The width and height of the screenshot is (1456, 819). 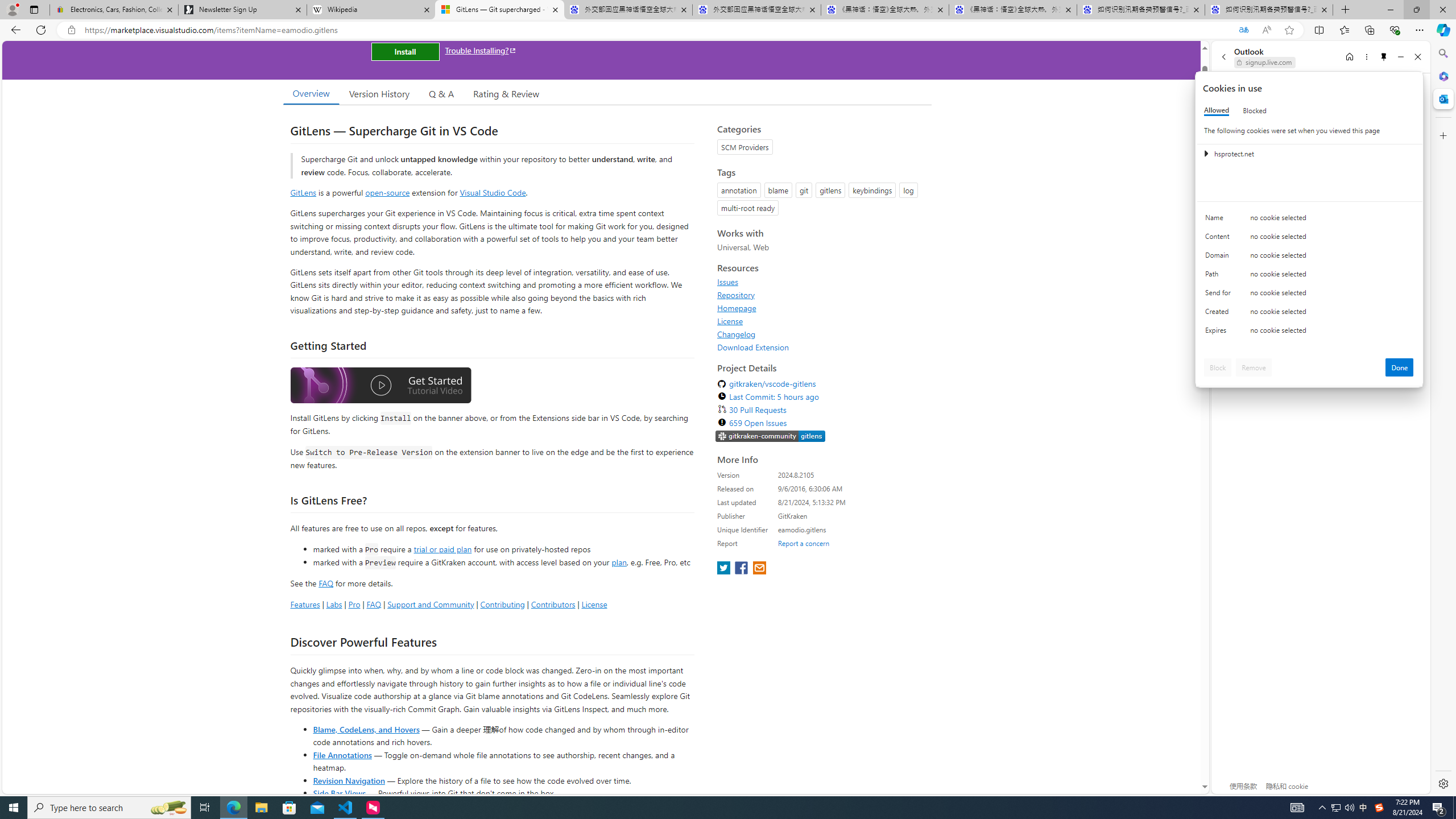 What do you see at coordinates (1219, 313) in the screenshot?
I see `'Created'` at bounding box center [1219, 313].